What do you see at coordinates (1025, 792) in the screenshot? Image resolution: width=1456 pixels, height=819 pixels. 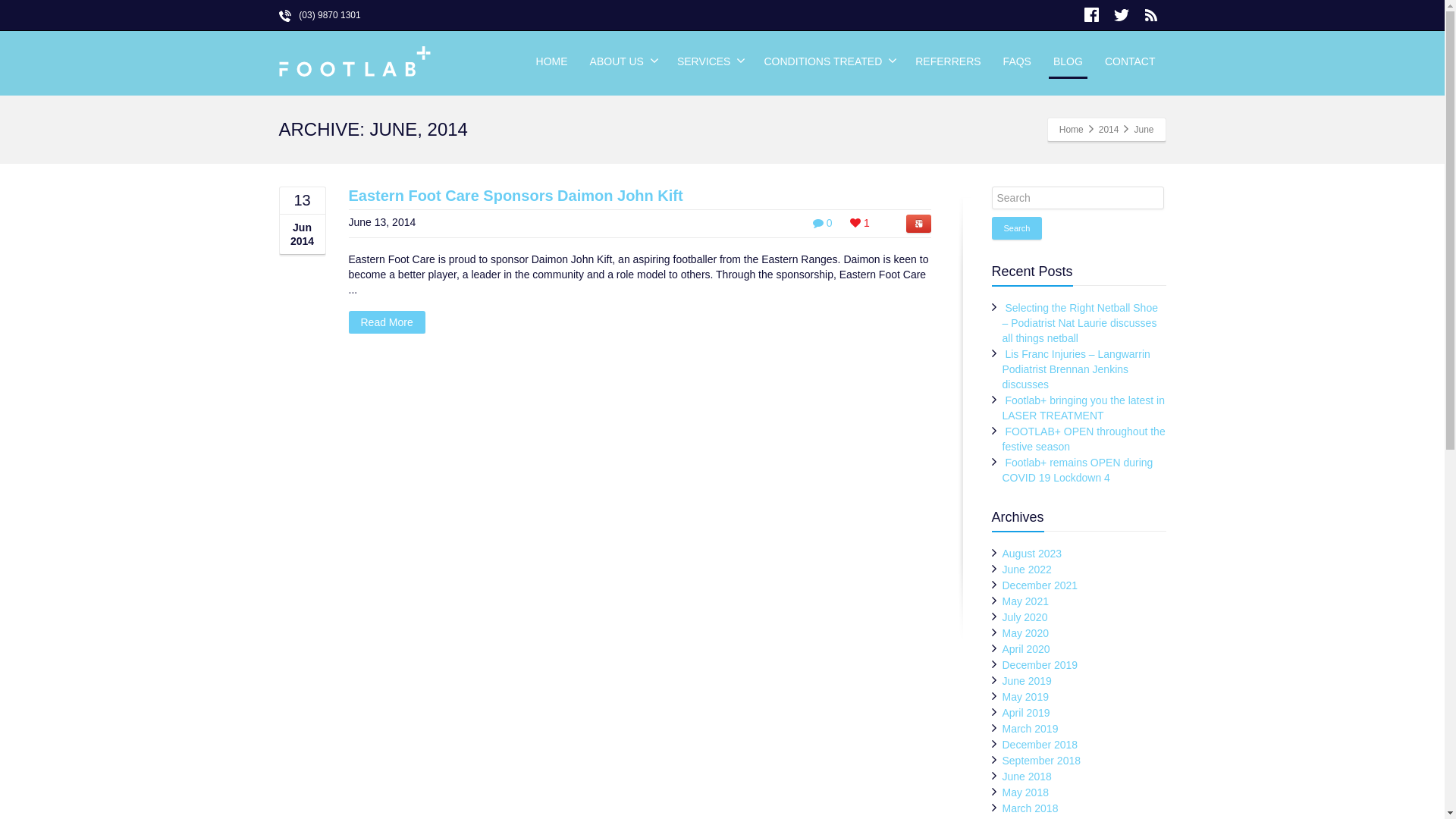 I see `'May 2018'` at bounding box center [1025, 792].